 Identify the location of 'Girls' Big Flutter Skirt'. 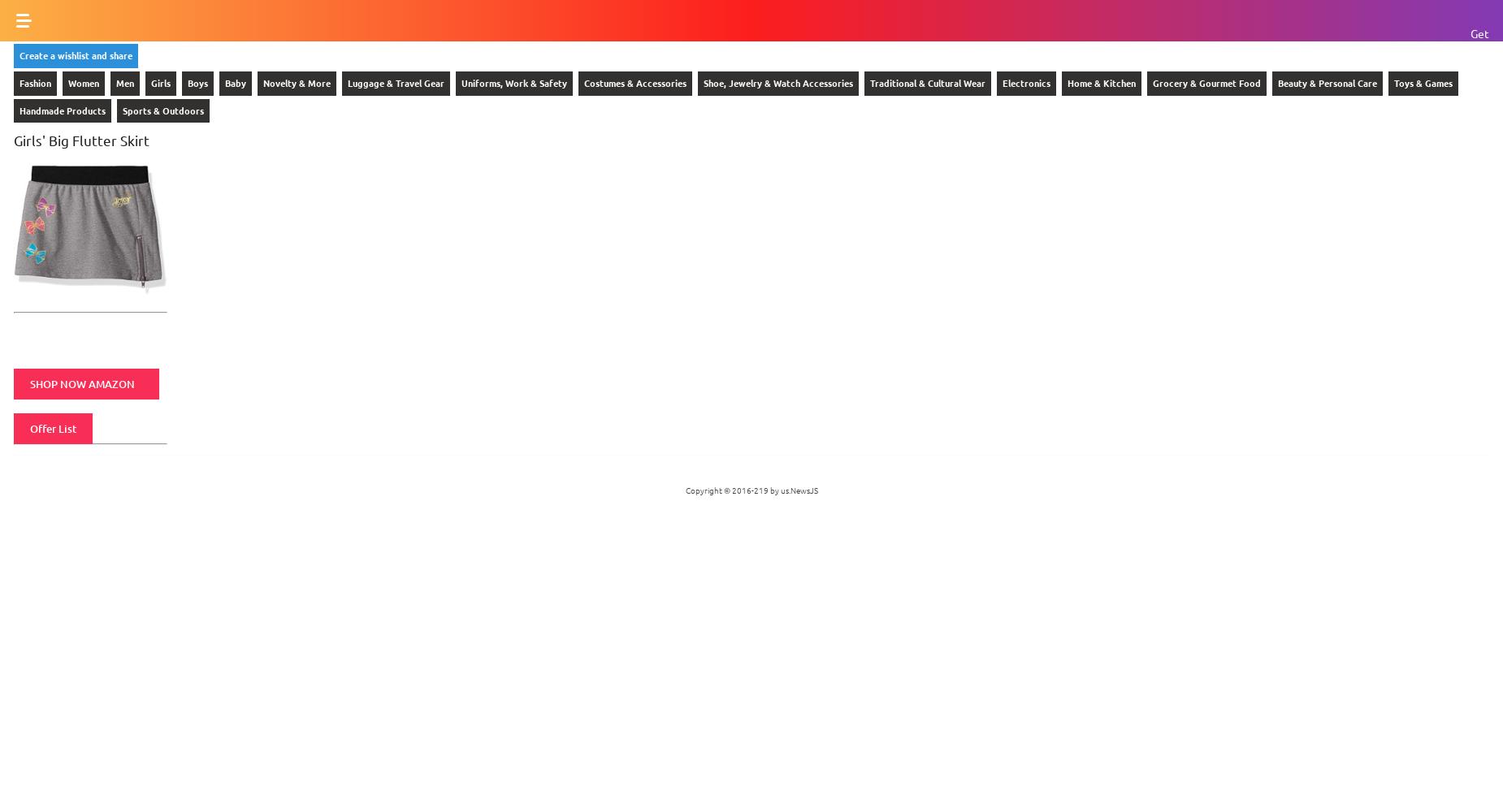
(80, 140).